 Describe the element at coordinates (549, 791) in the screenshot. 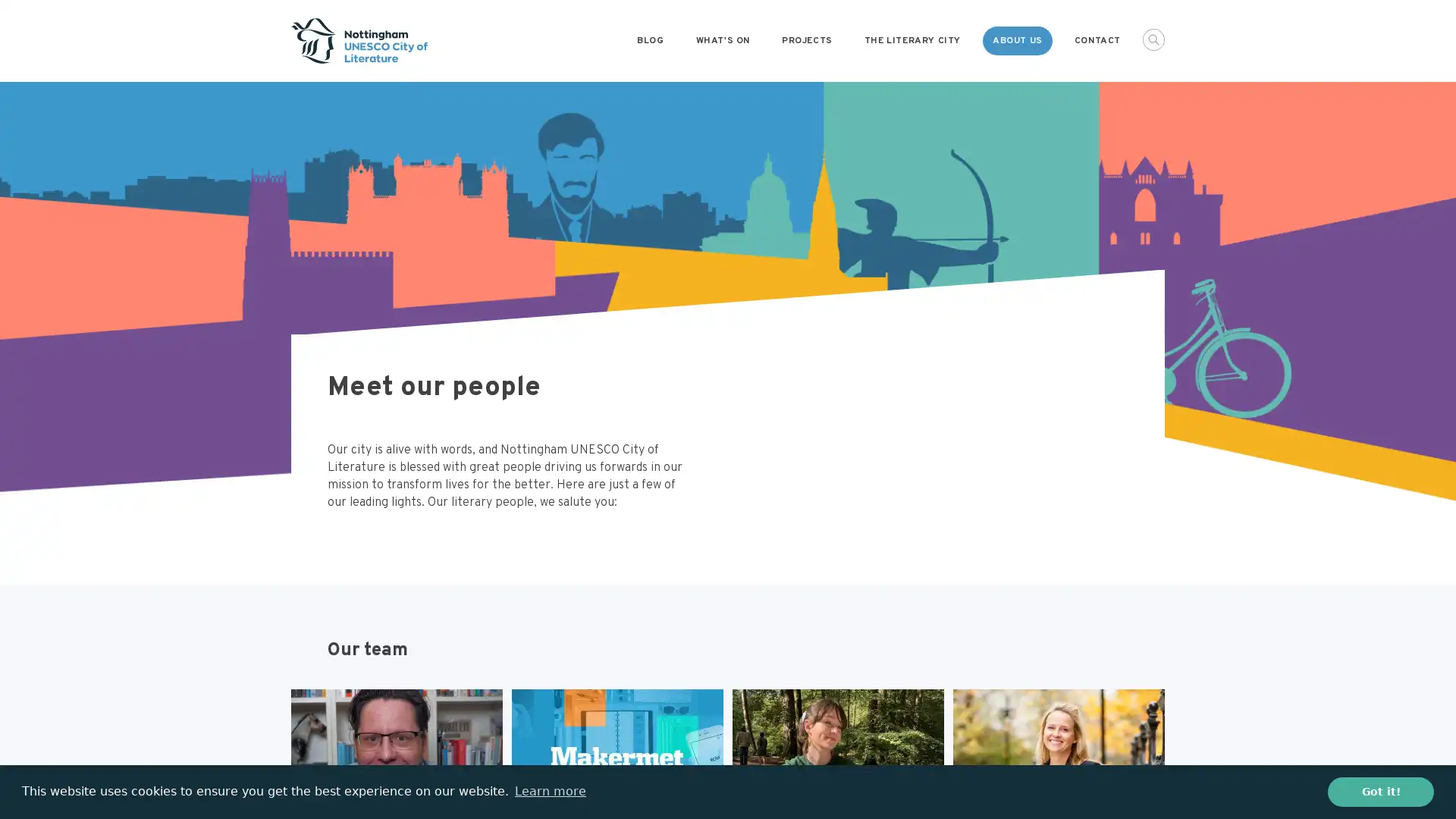

I see `learn more about cookies` at that location.